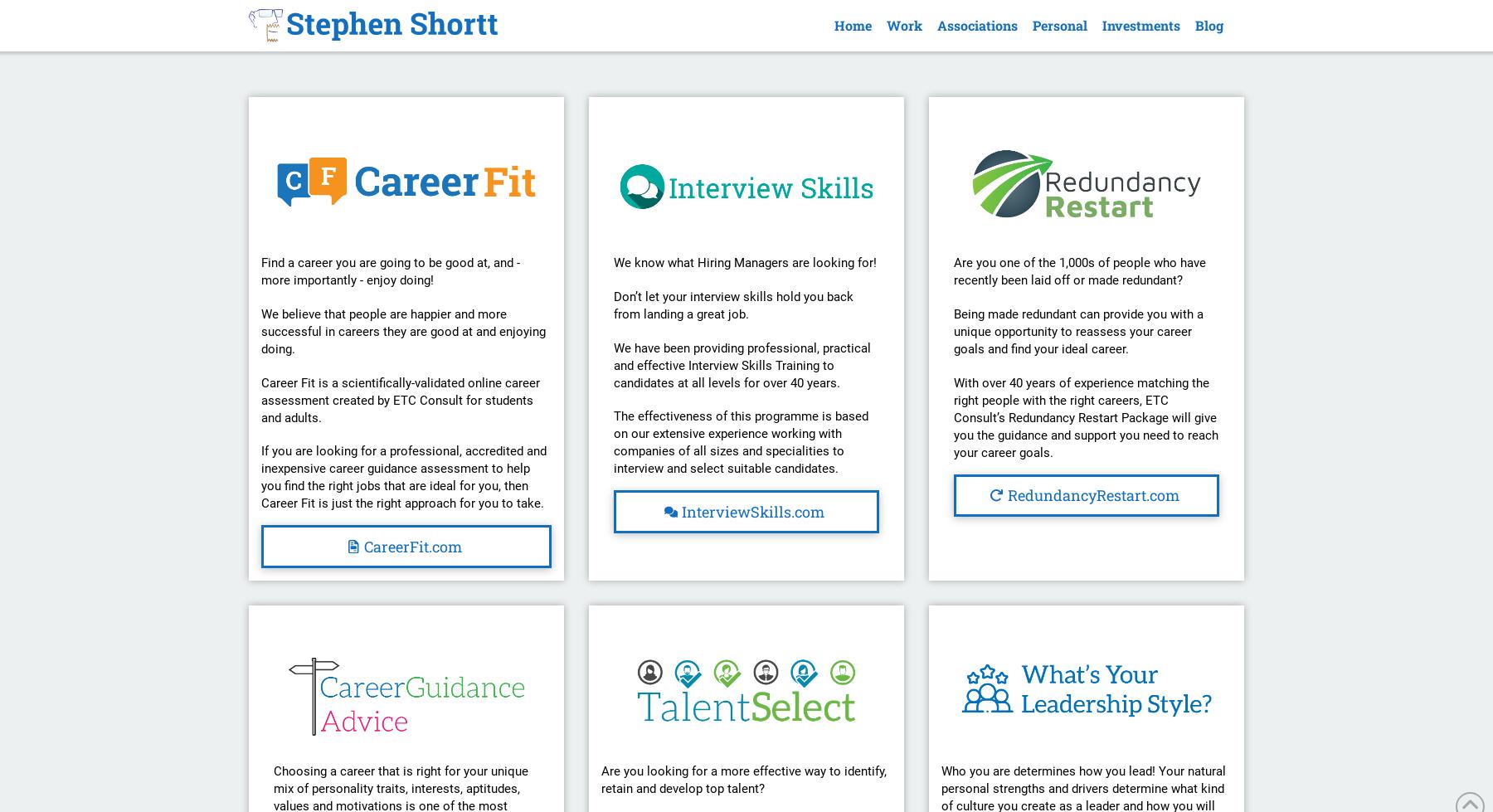 This screenshot has height=812, width=1493. What do you see at coordinates (742, 364) in the screenshot?
I see `'We have been providing professional, practical and effective Interview Skills Training to candidates at all levels for over 40 years.'` at bounding box center [742, 364].